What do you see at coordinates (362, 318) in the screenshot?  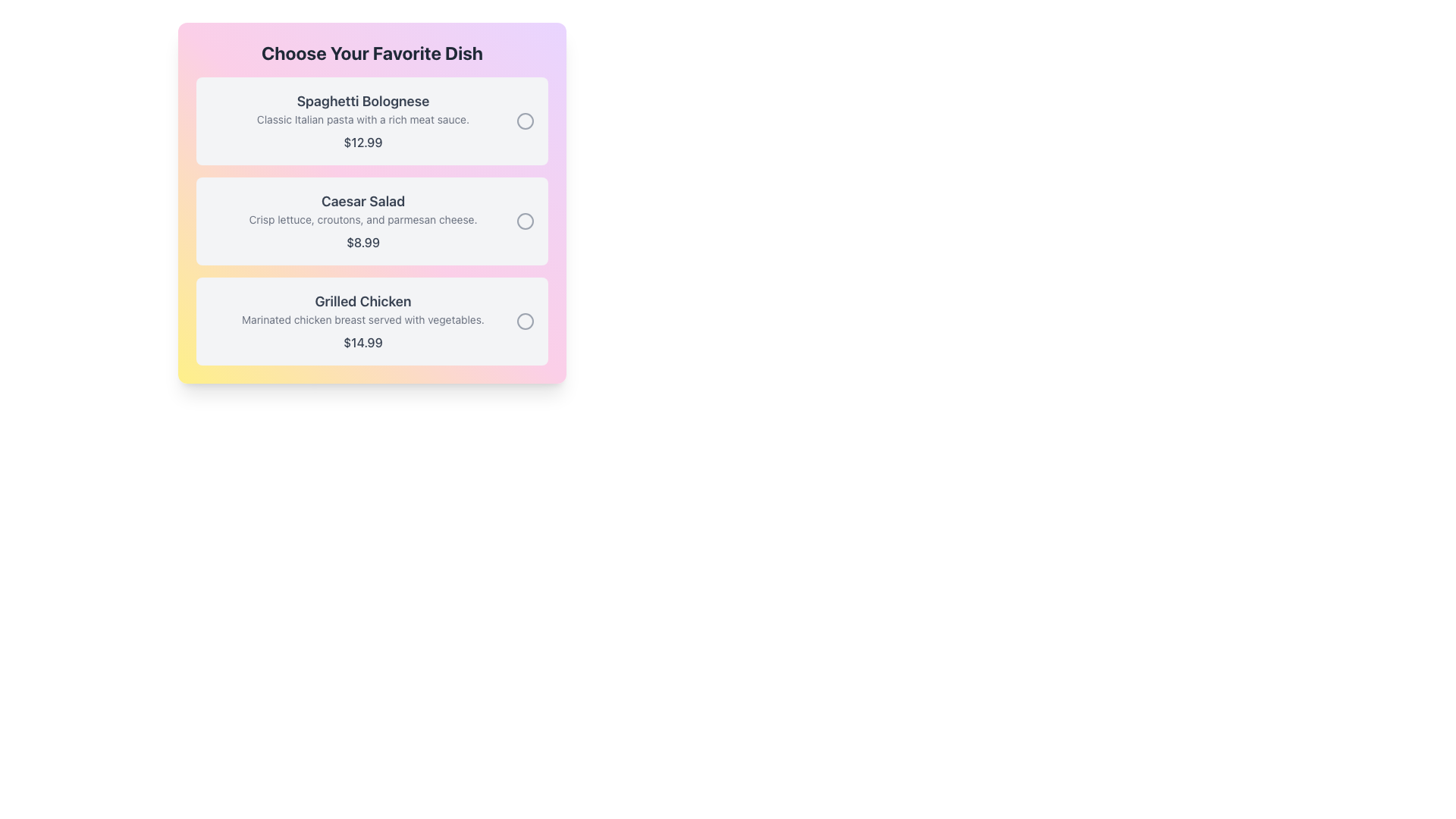 I see `the static text element displaying 'Marinated chicken breast served with vegetables', located below the title 'Grilled Chicken' and above the price '$14.99'` at bounding box center [362, 318].